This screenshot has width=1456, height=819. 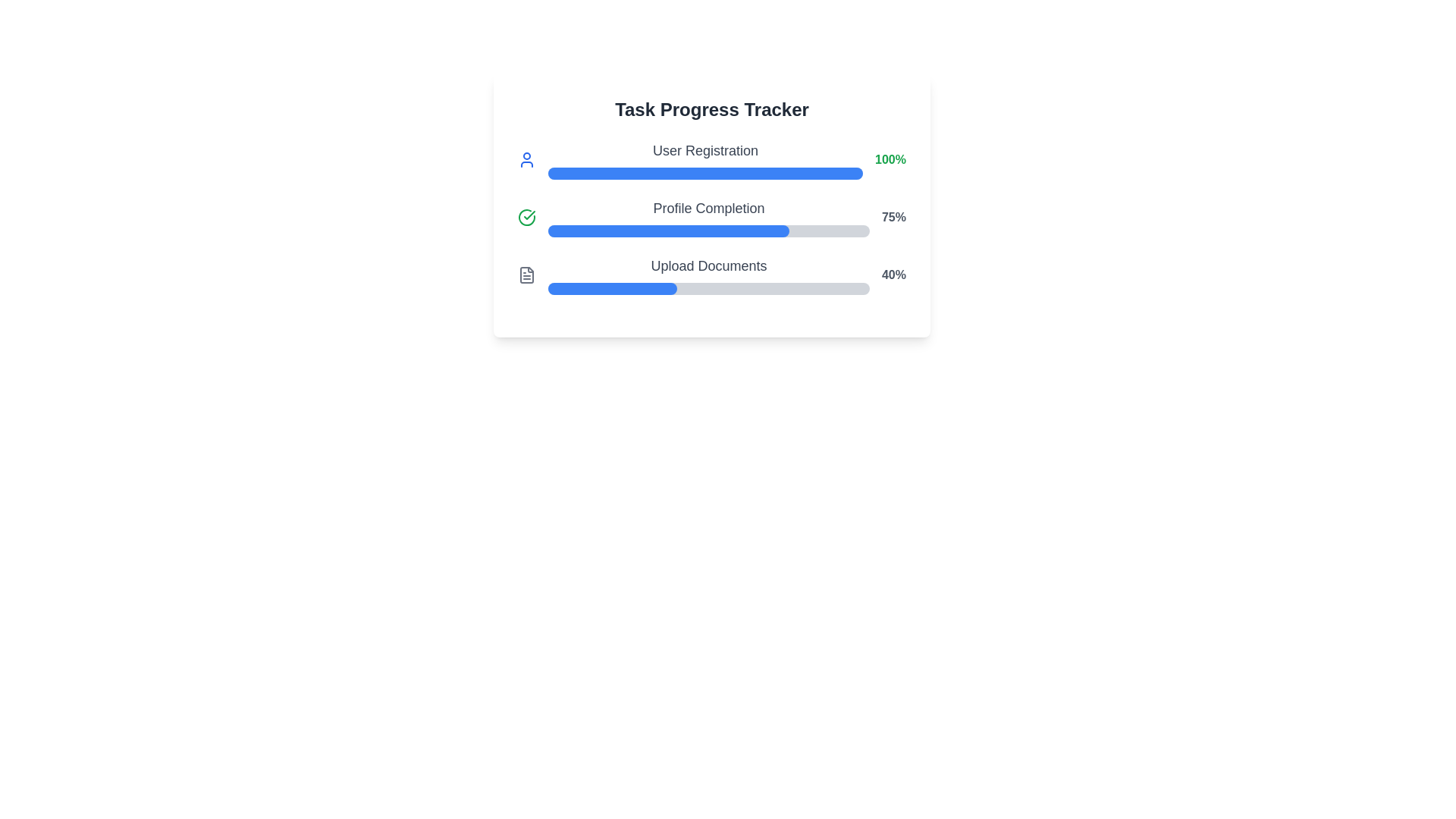 What do you see at coordinates (704, 151) in the screenshot?
I see `the 'User Registration' text label, which is styled in gray and is positioned prominently in the progress bar interface` at bounding box center [704, 151].